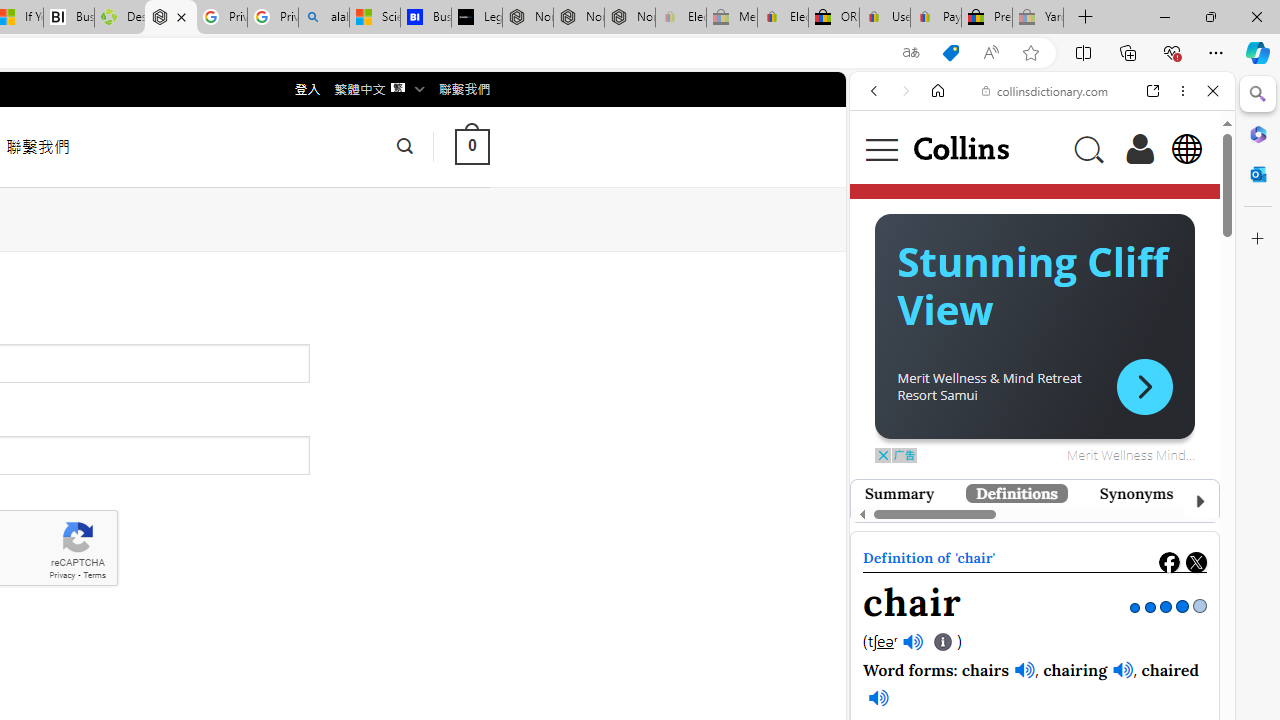 This screenshot has height=720, width=1280. Describe the element at coordinates (943, 642) in the screenshot. I see `'IPA Pronunciation Guide'` at that location.